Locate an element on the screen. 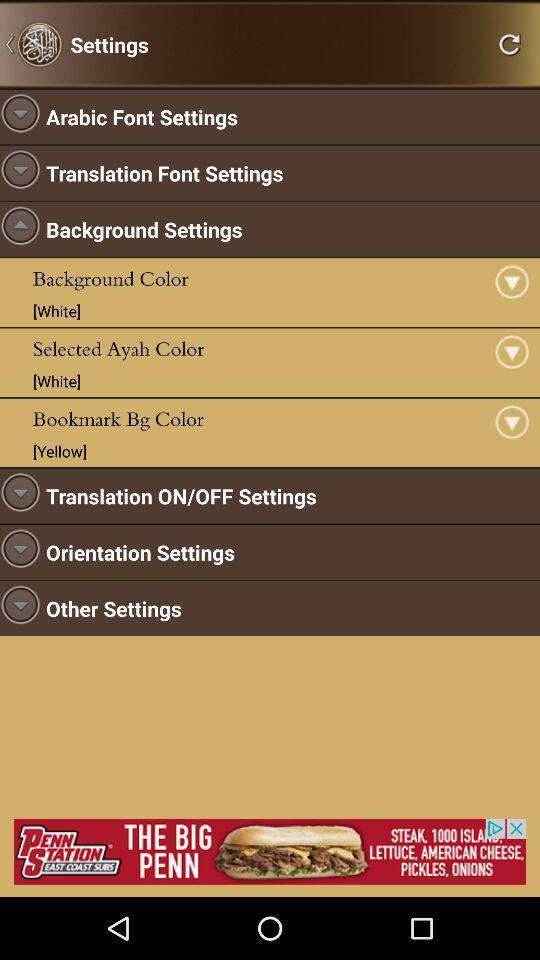 The image size is (540, 960). show outside advertisement is located at coordinates (270, 850).